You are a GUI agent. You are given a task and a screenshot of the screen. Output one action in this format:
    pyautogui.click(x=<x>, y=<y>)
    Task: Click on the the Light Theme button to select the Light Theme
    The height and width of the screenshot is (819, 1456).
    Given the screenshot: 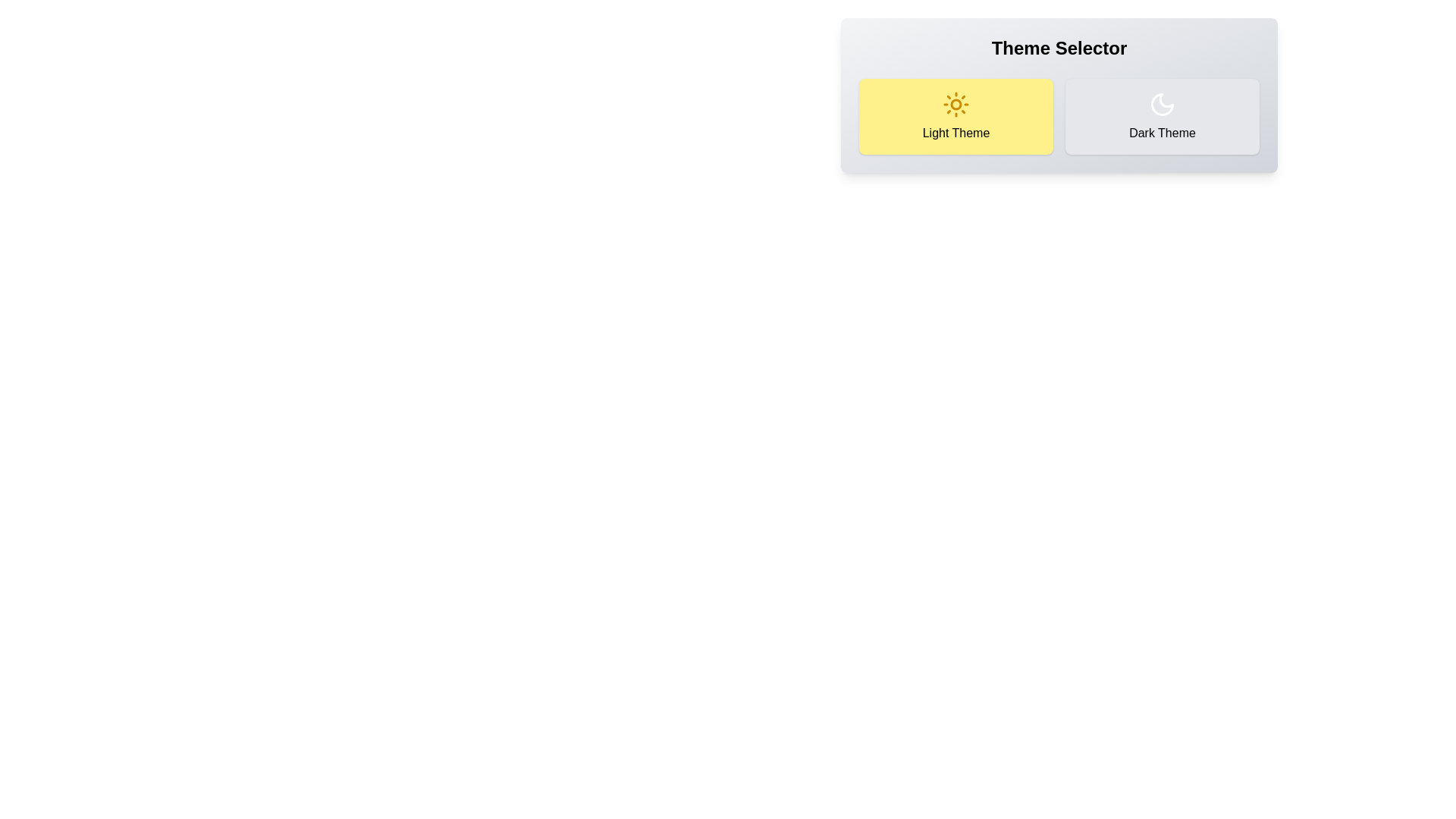 What is the action you would take?
    pyautogui.click(x=955, y=116)
    